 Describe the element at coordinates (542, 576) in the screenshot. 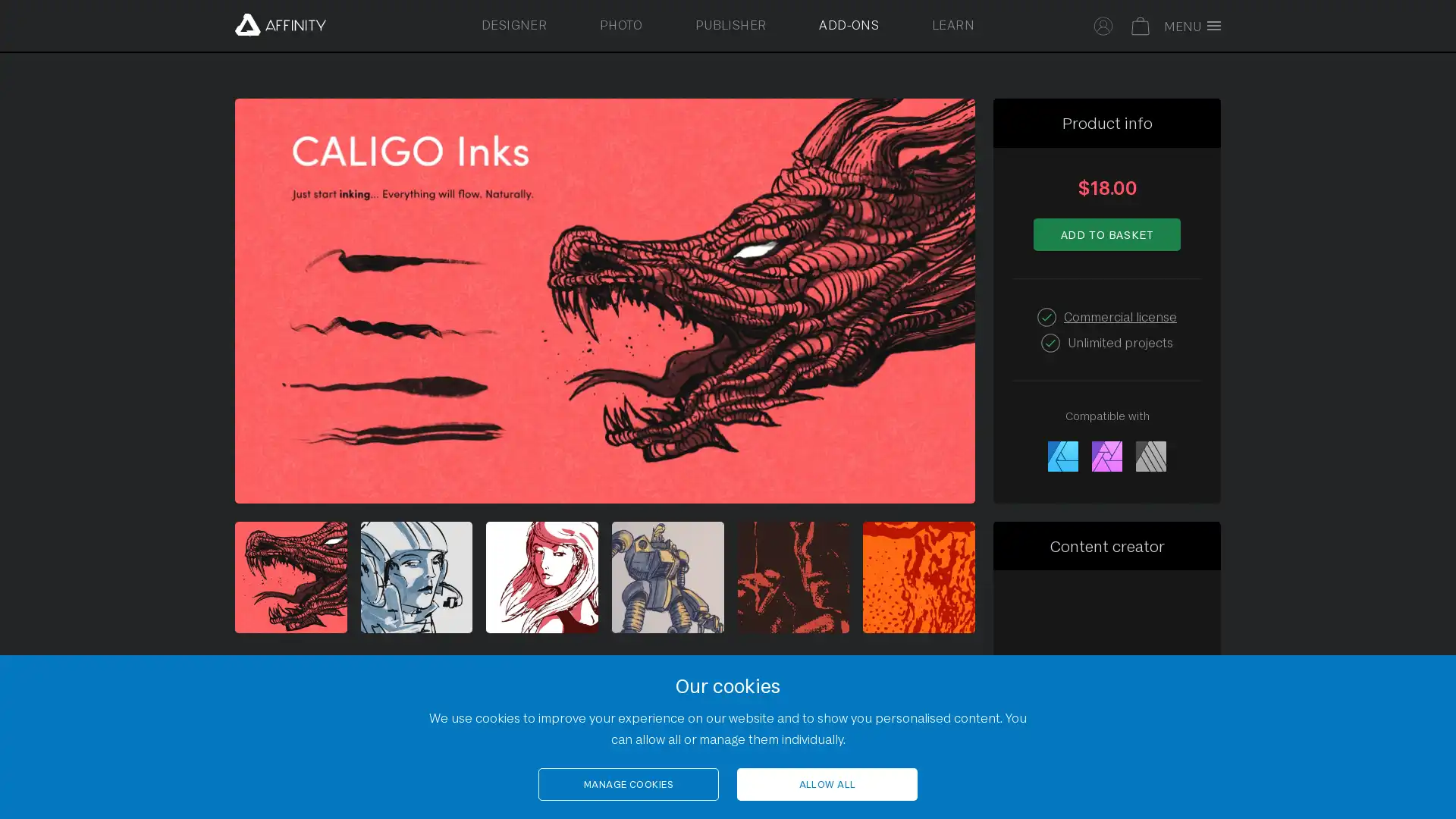

I see `Select to view image 3` at that location.